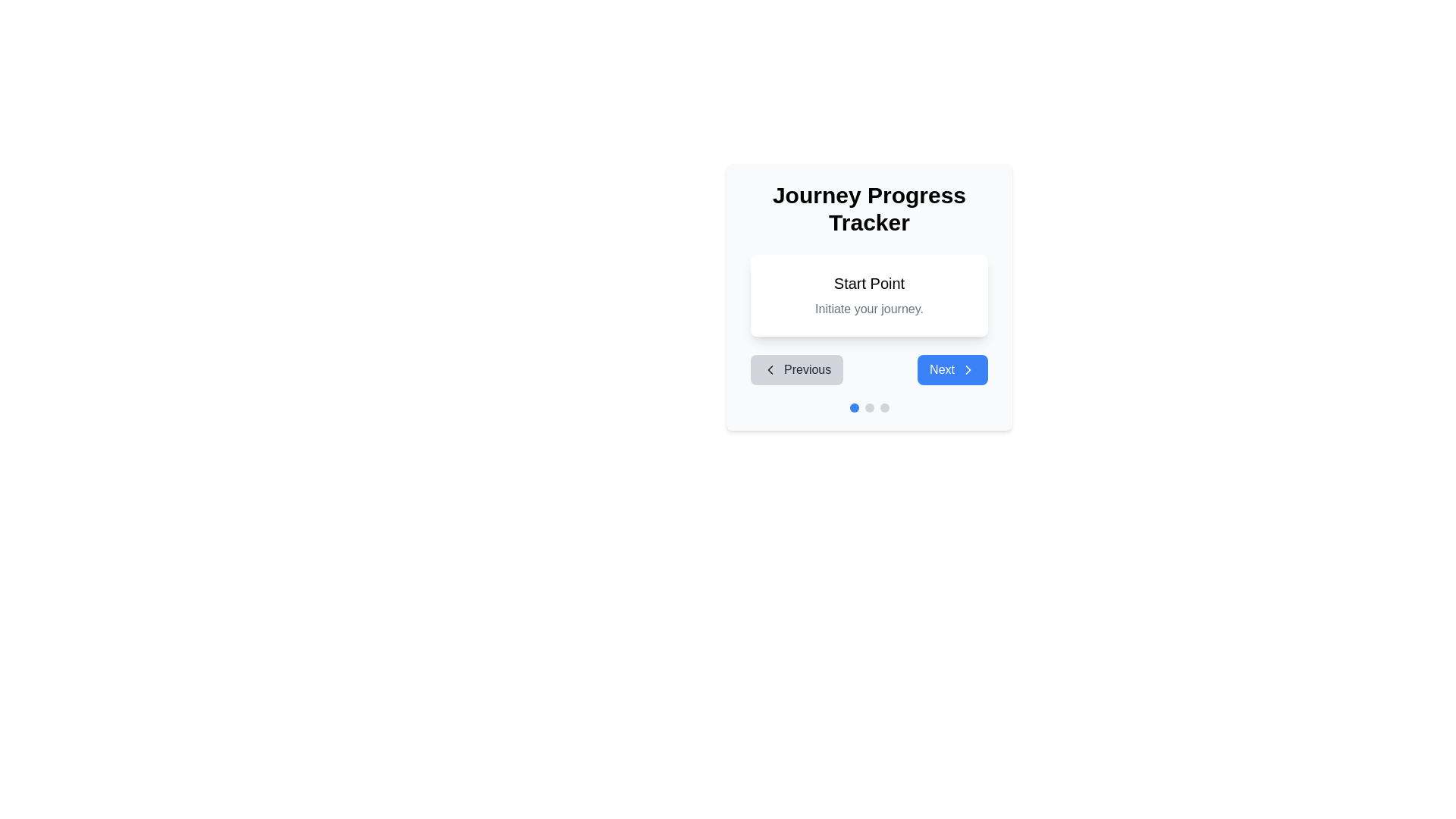 This screenshot has height=819, width=1456. What do you see at coordinates (952, 370) in the screenshot?
I see `the navigation button positioned to the right of the 'Previous' button below the 'Journey Progress Tracker' section` at bounding box center [952, 370].